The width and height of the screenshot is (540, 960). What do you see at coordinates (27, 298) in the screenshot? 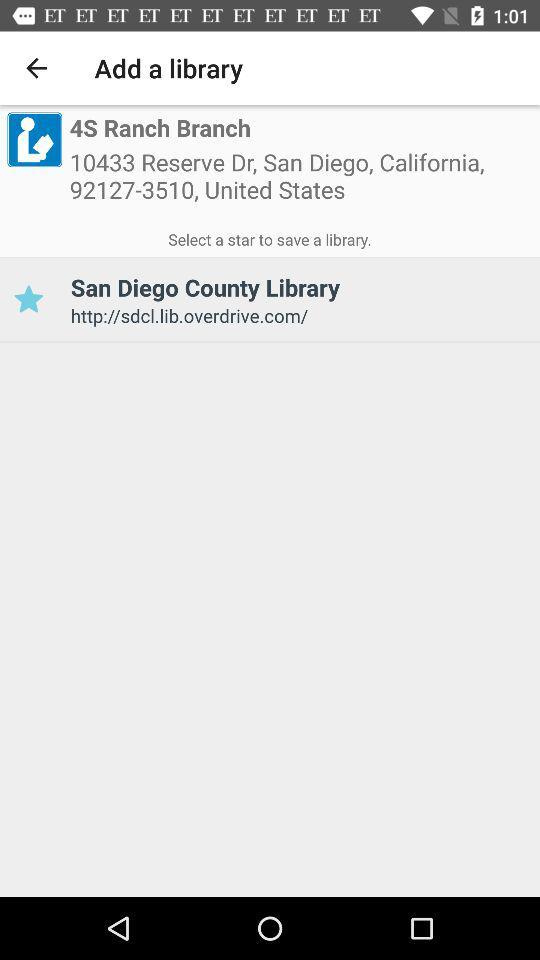
I see `item below select a star` at bounding box center [27, 298].